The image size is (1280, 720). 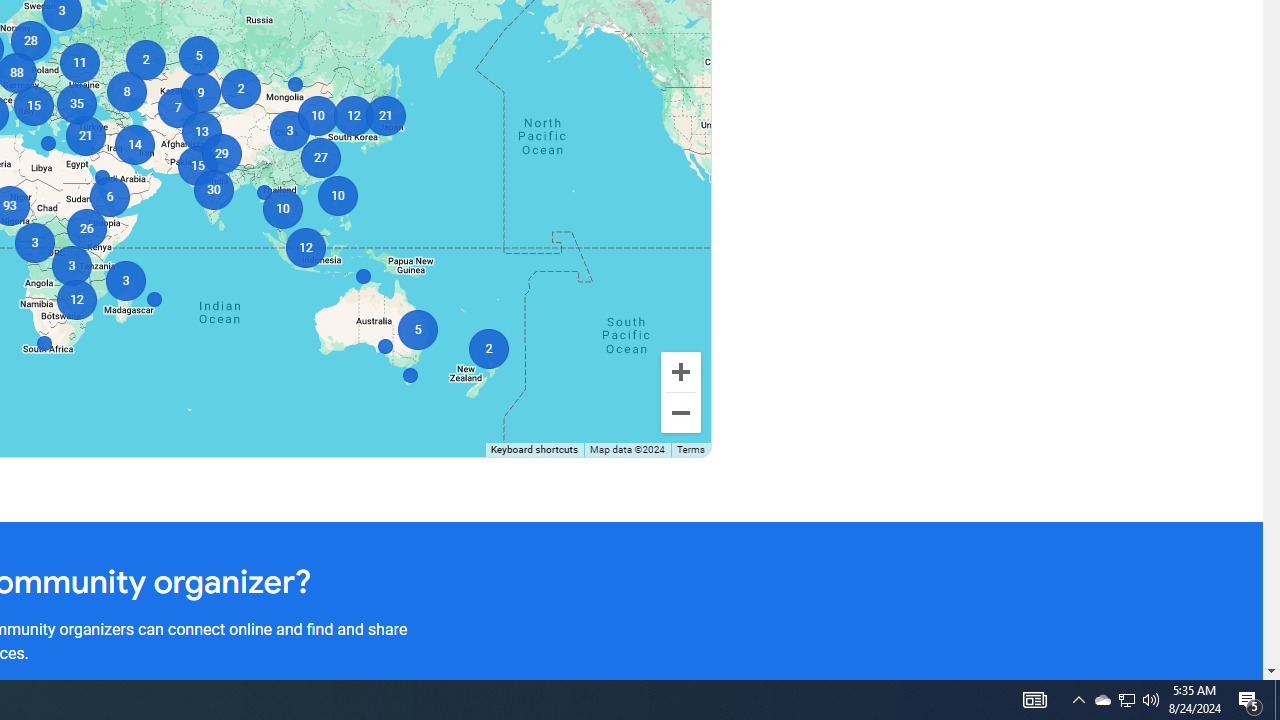 What do you see at coordinates (200, 92) in the screenshot?
I see `'9'` at bounding box center [200, 92].